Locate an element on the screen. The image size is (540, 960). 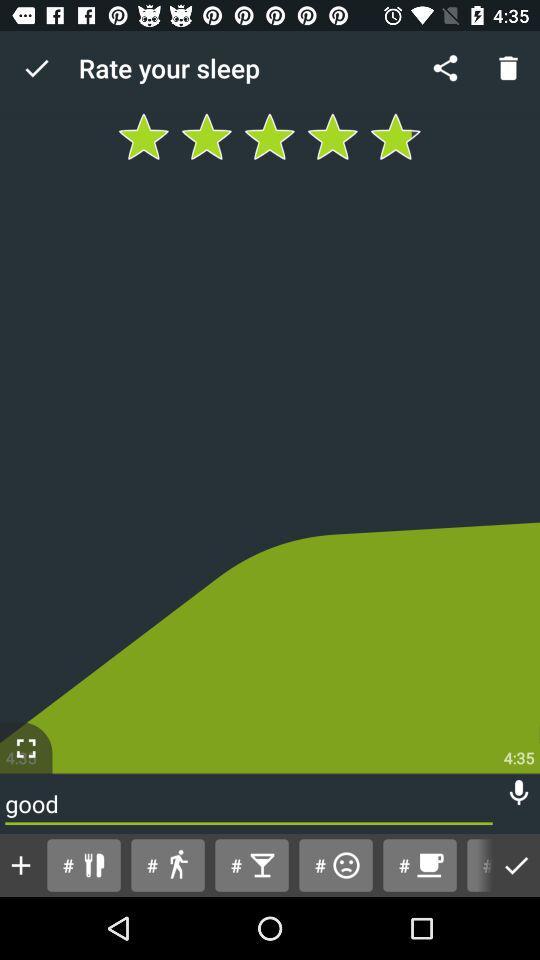
button next to # item is located at coordinates (419, 864).